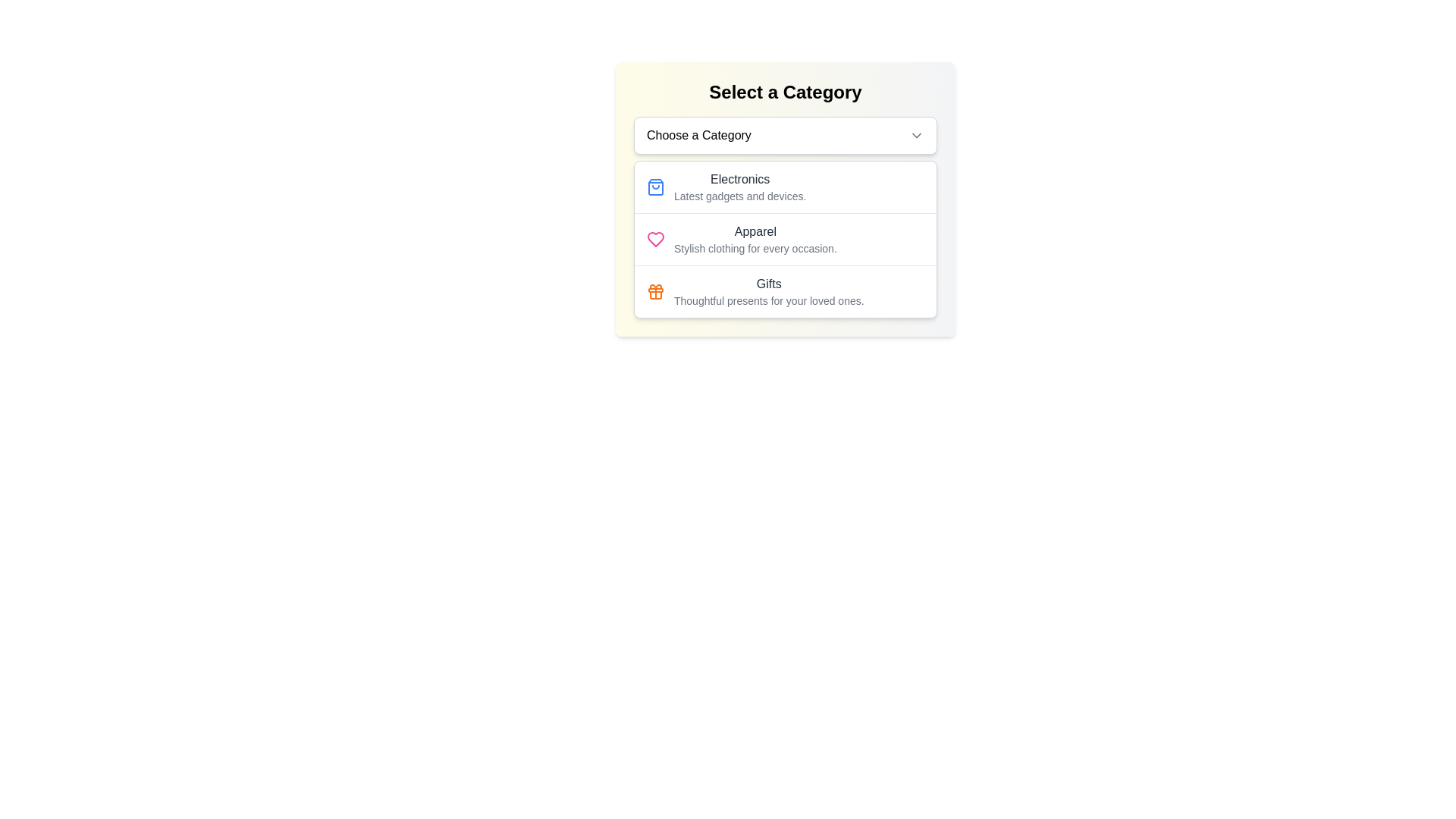 The image size is (1456, 819). What do you see at coordinates (655, 186) in the screenshot?
I see `the shopping bag icon, which is styled with a blue stroke and located to the left of the 'Electronics' text` at bounding box center [655, 186].